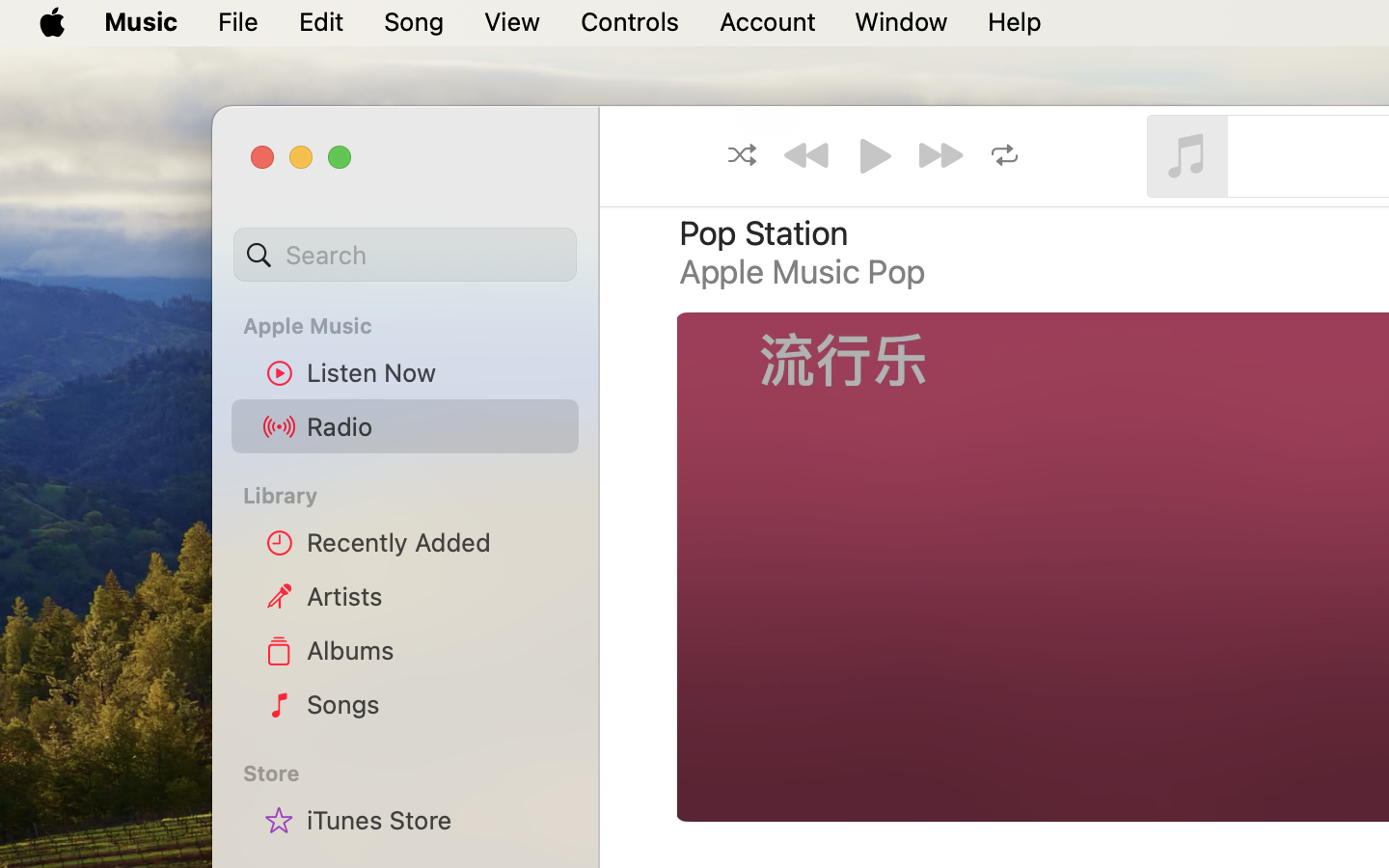 The height and width of the screenshot is (868, 1389). I want to click on 'Radio', so click(435, 425).